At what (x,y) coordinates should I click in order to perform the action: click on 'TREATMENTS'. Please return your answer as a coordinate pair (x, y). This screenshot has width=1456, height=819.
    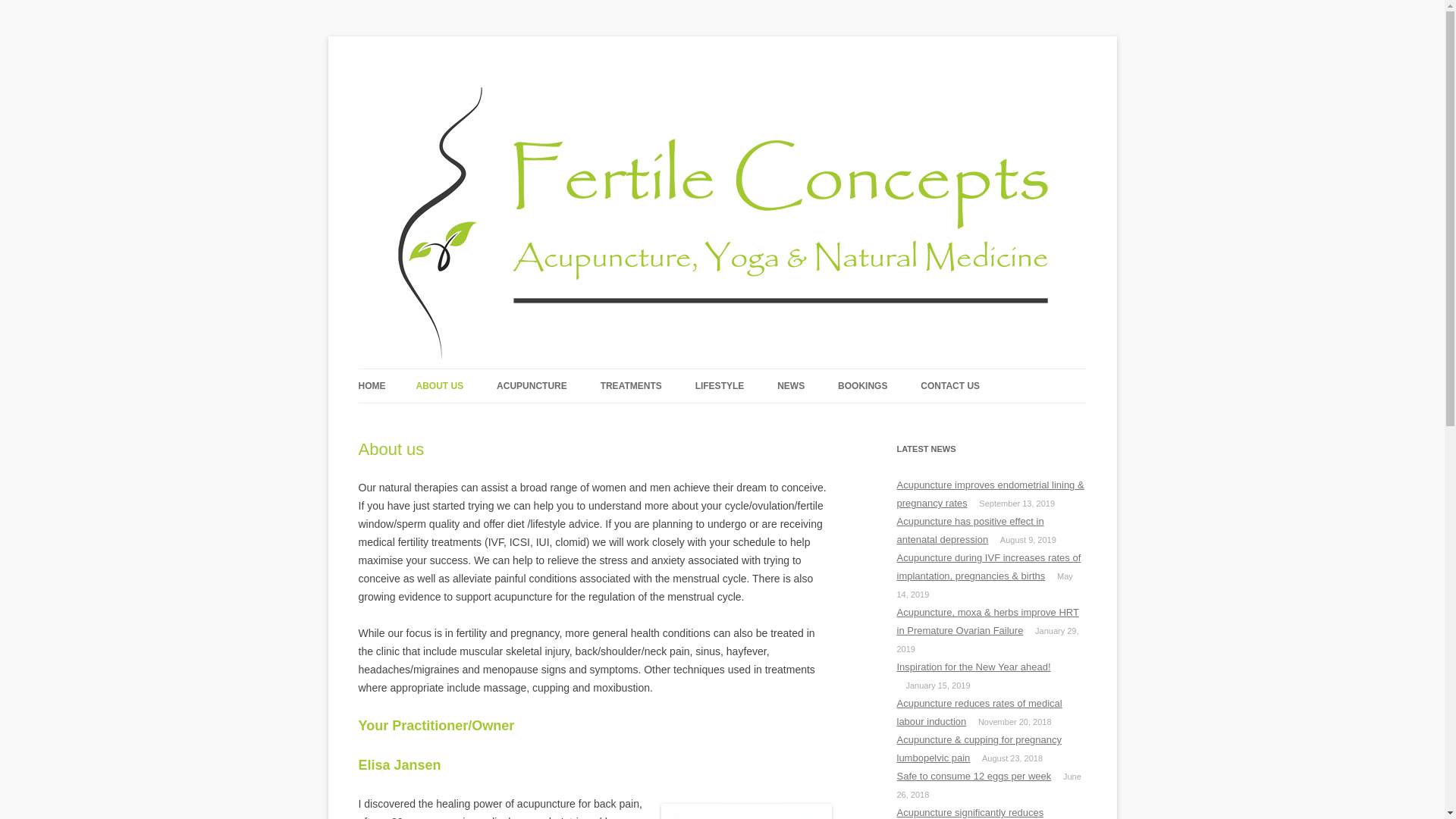
    Looking at the image, I should click on (600, 385).